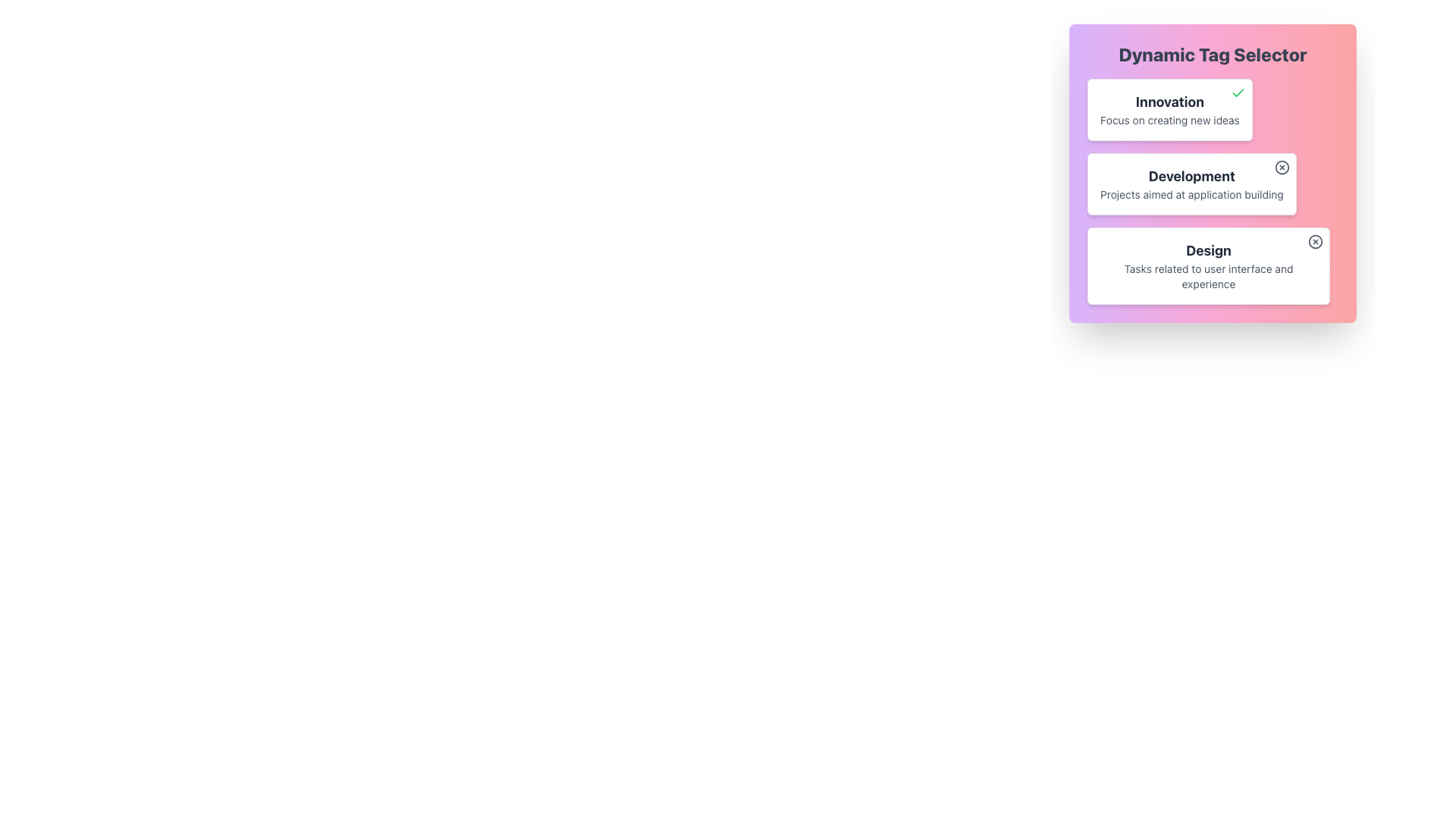 Image resolution: width=1456 pixels, height=819 pixels. What do you see at coordinates (1314, 241) in the screenshot?
I see `the circular close button with an outlined 'X' in its center, located at the top-right corner of the 'Design' card, which is the third card in the vertical stack` at bounding box center [1314, 241].